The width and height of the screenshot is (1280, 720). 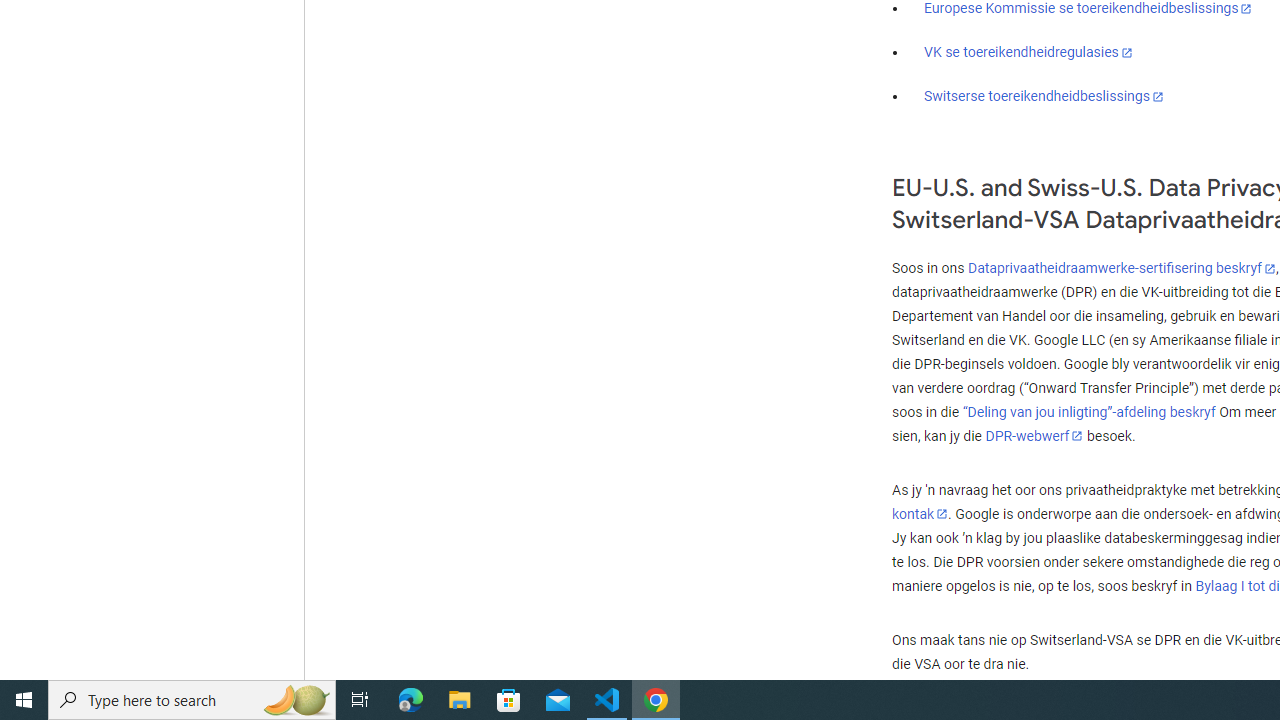 What do you see at coordinates (1034, 434) in the screenshot?
I see `'DPR-webwerf'` at bounding box center [1034, 434].